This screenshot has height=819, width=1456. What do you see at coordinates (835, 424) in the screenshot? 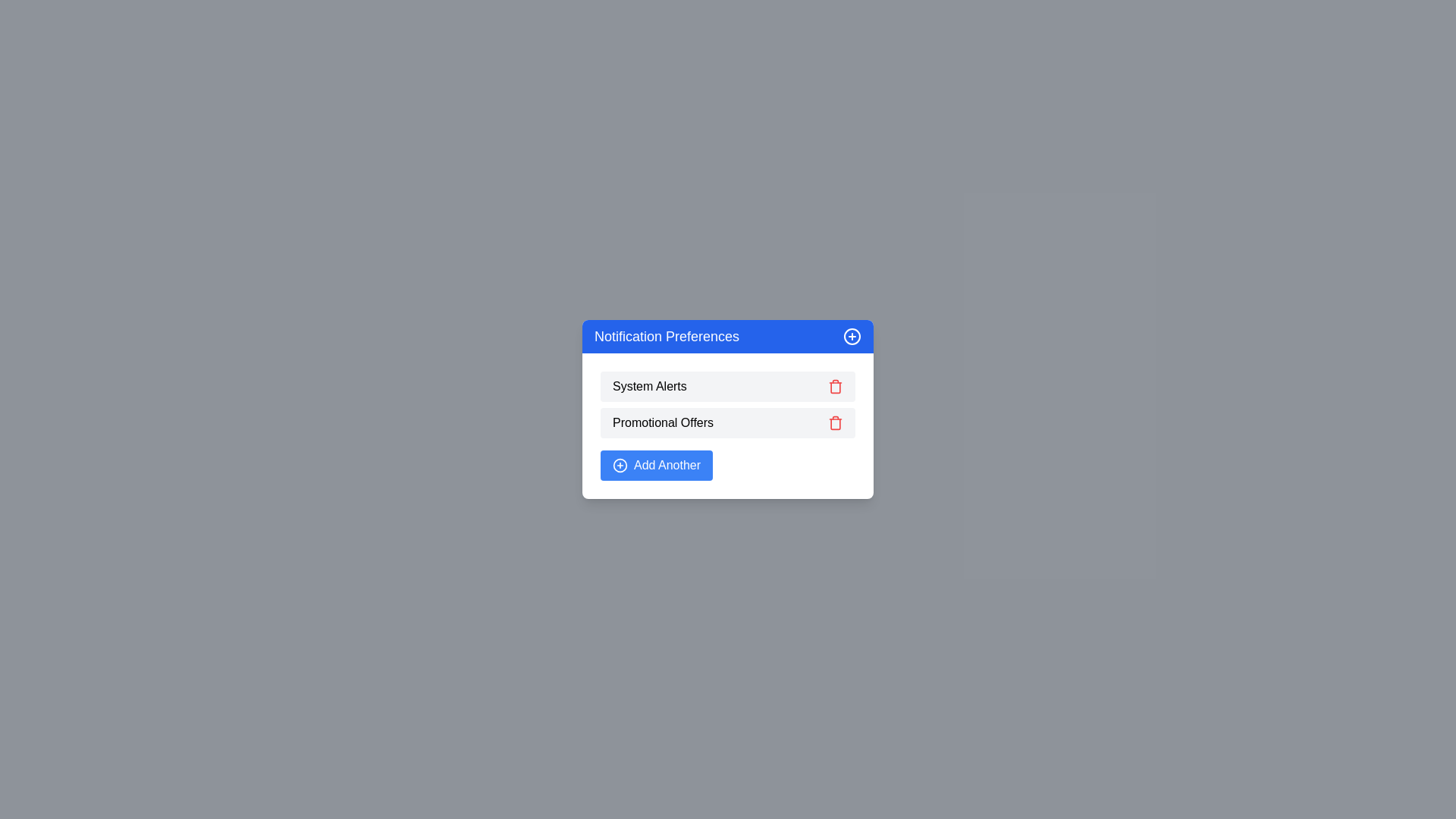
I see `the decorative component representing the main body of the trash bin in the trash icon, located to the right of 'Promotional Offers' in the second row of the list` at bounding box center [835, 424].